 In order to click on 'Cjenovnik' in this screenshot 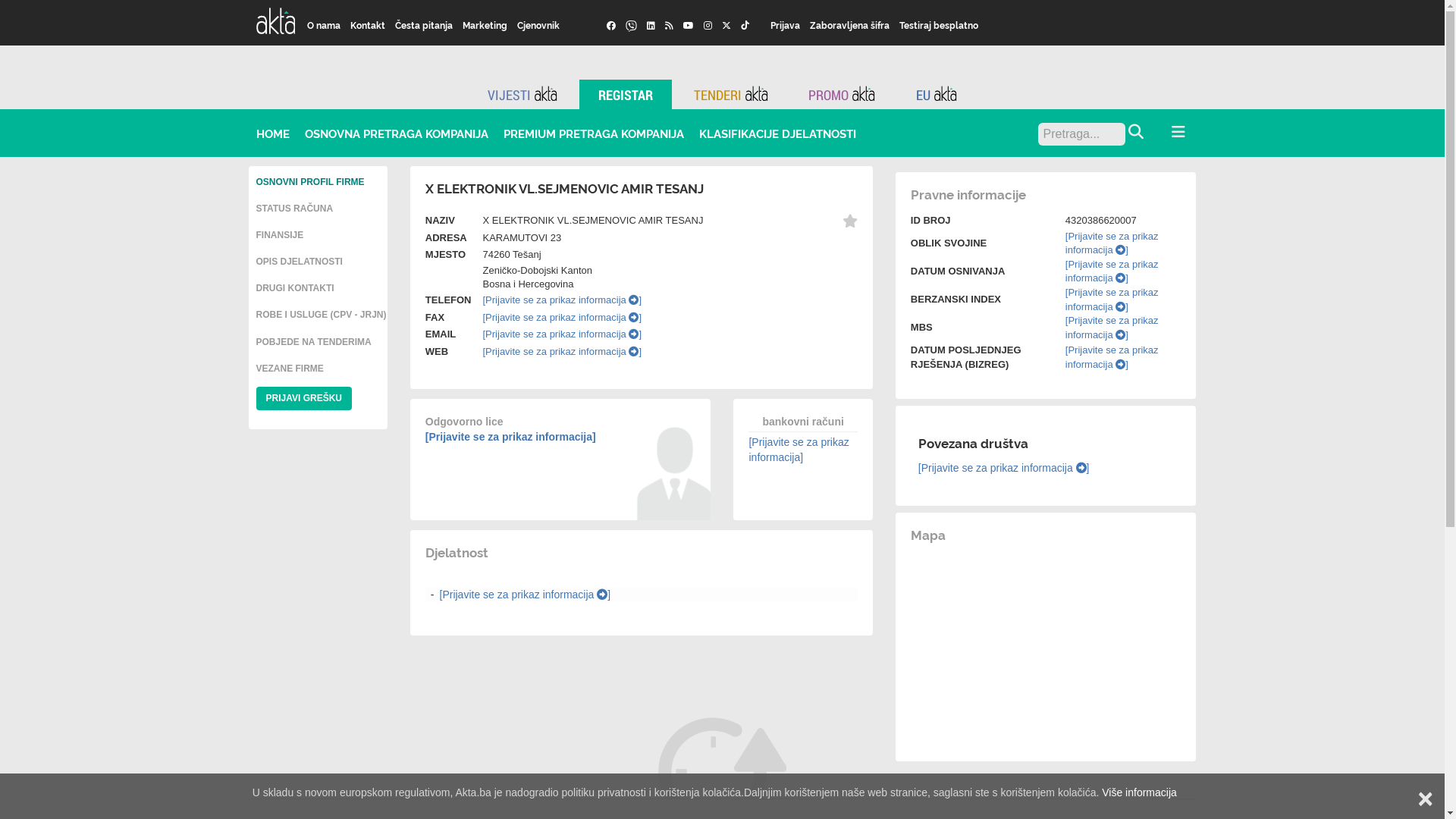, I will do `click(538, 25)`.